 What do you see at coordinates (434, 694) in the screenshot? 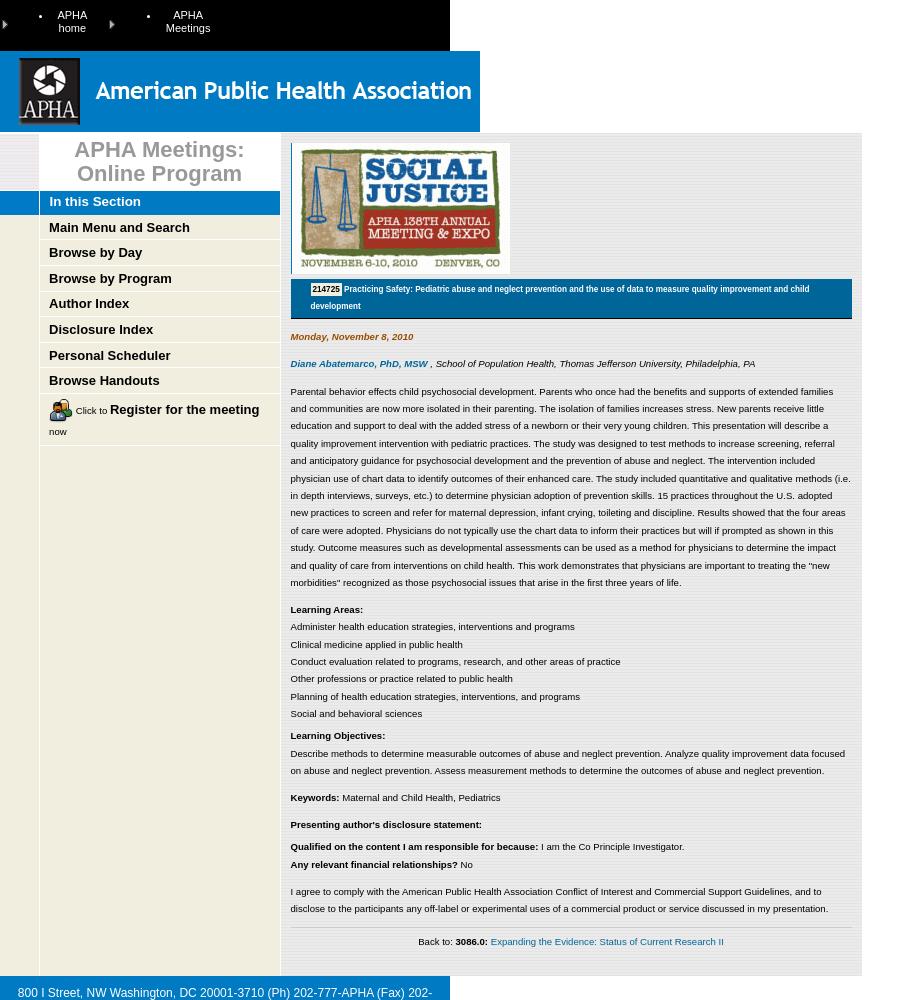
I see `'Planning of health education strategies, interventions, and programs'` at bounding box center [434, 694].